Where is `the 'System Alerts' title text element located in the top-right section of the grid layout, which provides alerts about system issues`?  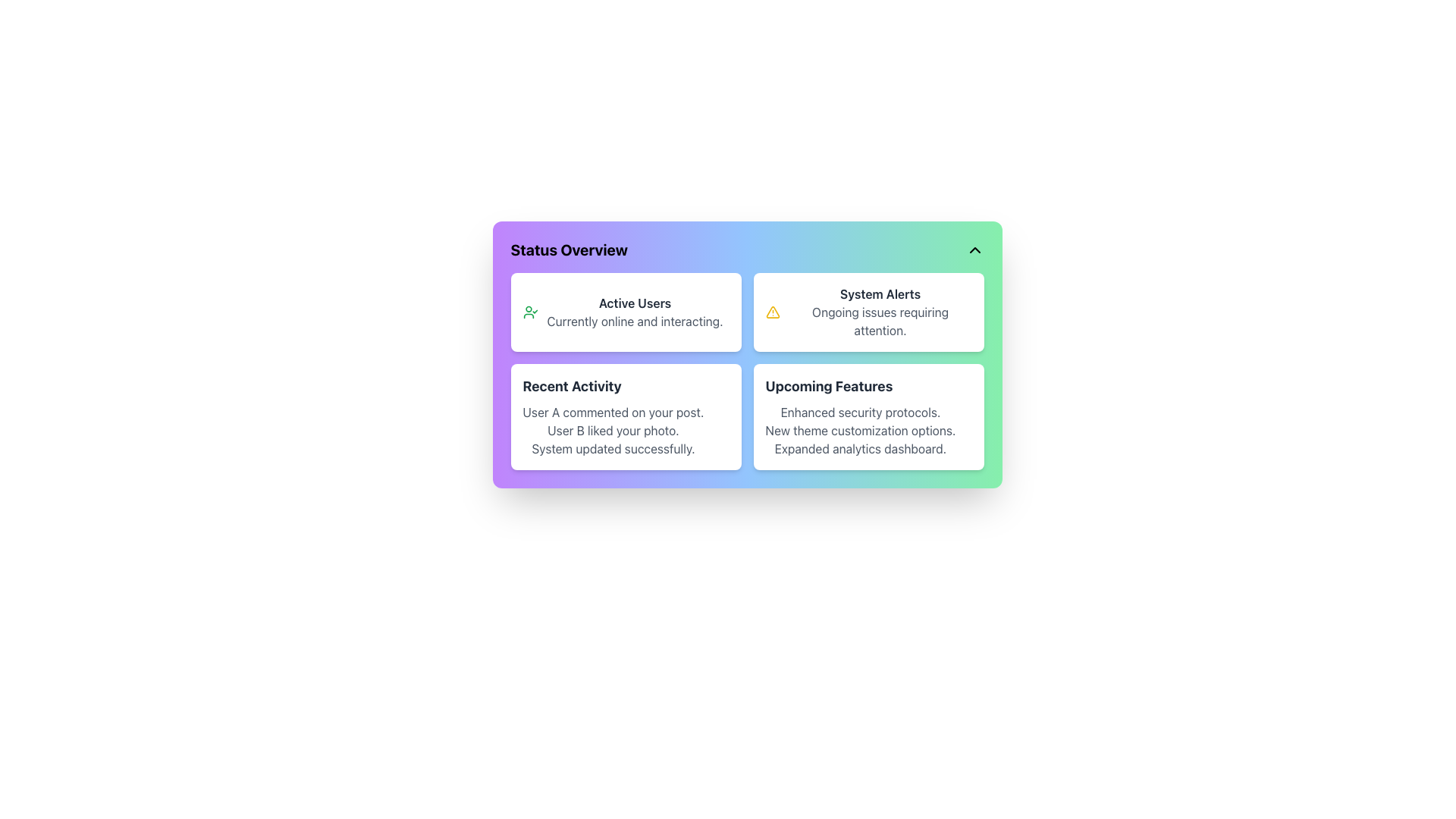 the 'System Alerts' title text element located in the top-right section of the grid layout, which provides alerts about system issues is located at coordinates (880, 294).